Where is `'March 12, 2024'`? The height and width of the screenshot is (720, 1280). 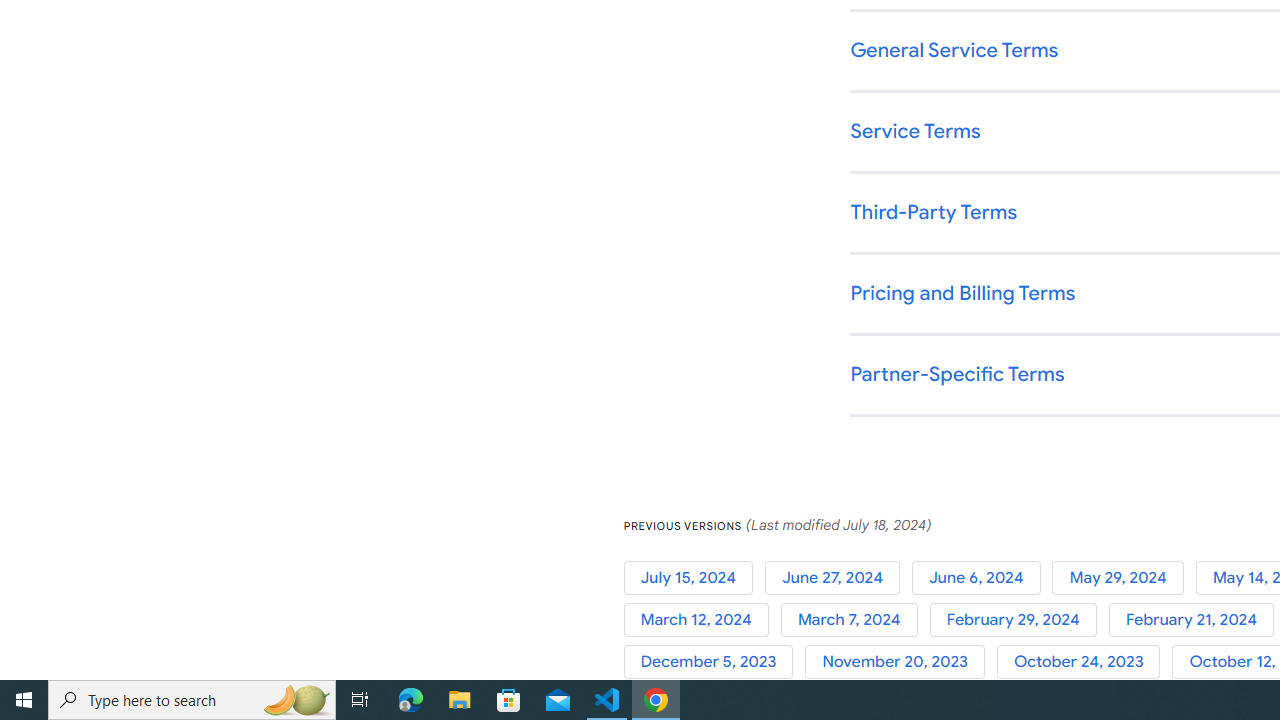
'March 12, 2024' is located at coordinates (702, 619).